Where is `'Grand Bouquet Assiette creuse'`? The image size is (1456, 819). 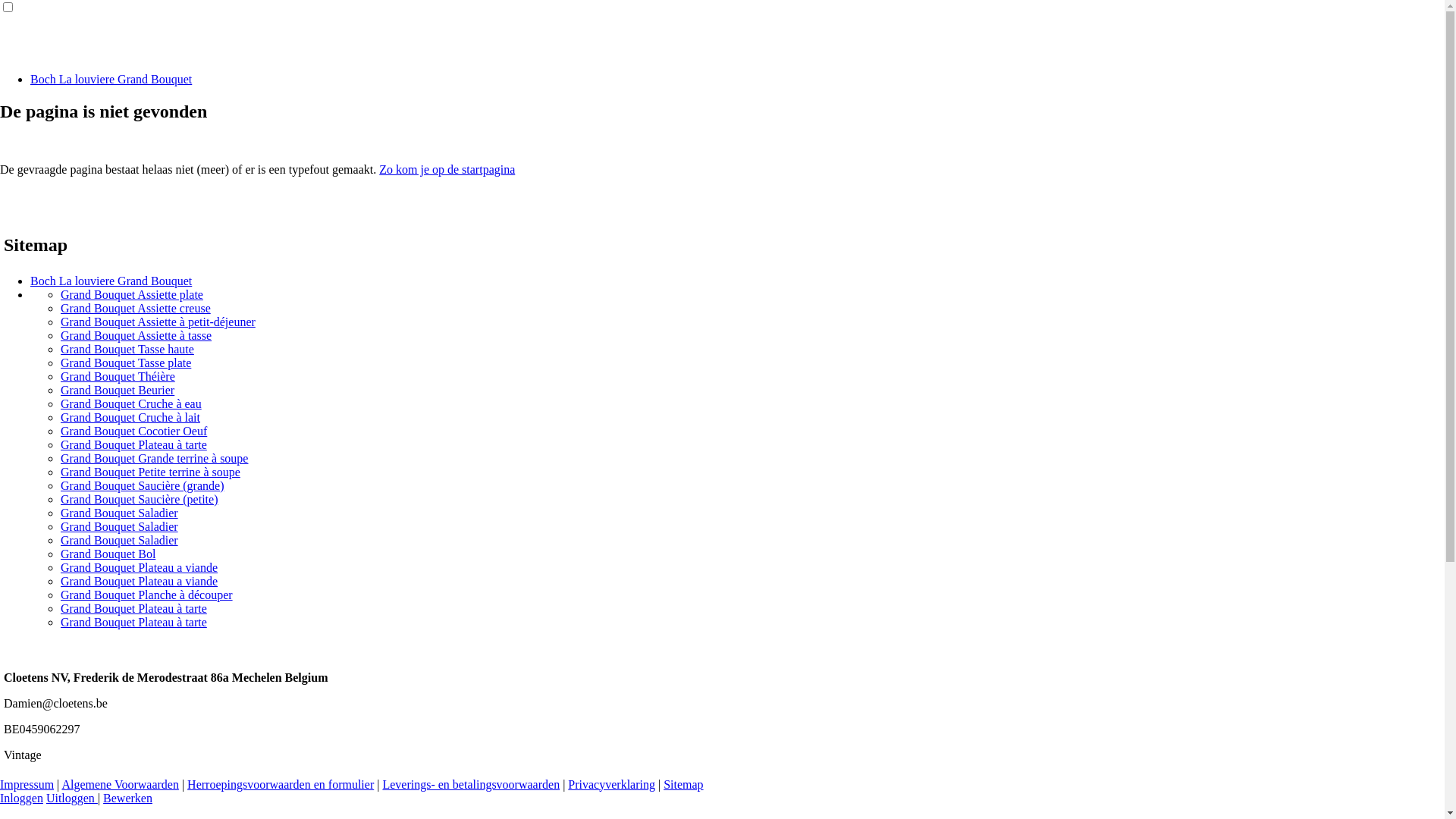 'Grand Bouquet Assiette creuse' is located at coordinates (135, 307).